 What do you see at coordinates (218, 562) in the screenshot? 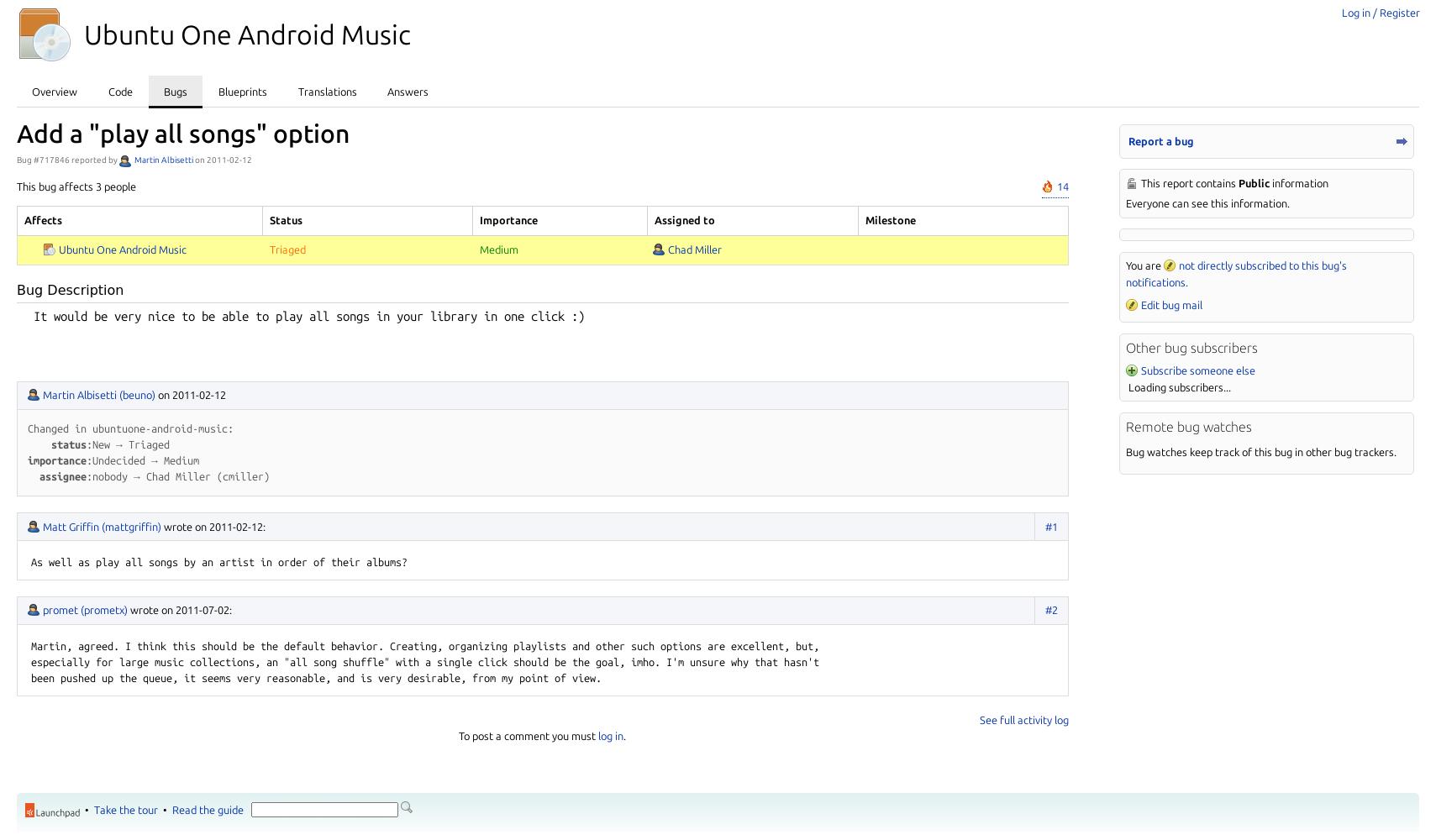
I see `'As well as play all songs by an artist in order of their albums?'` at bounding box center [218, 562].